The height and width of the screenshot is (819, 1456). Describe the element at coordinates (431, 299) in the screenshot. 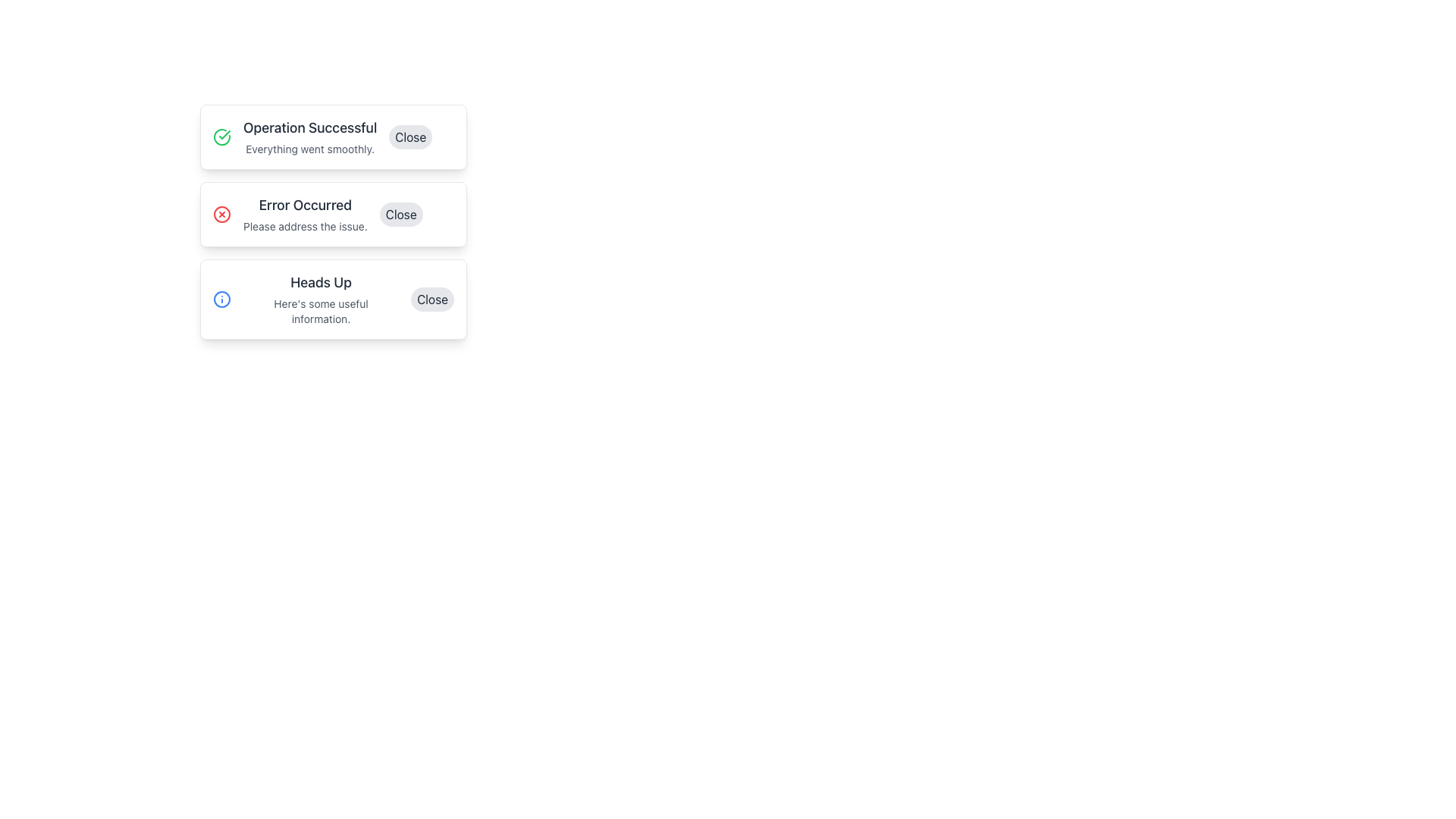

I see `the 'Close' button located at the rightmost end of the notification box with the header 'Heads Up' to observe the color change effect` at that location.